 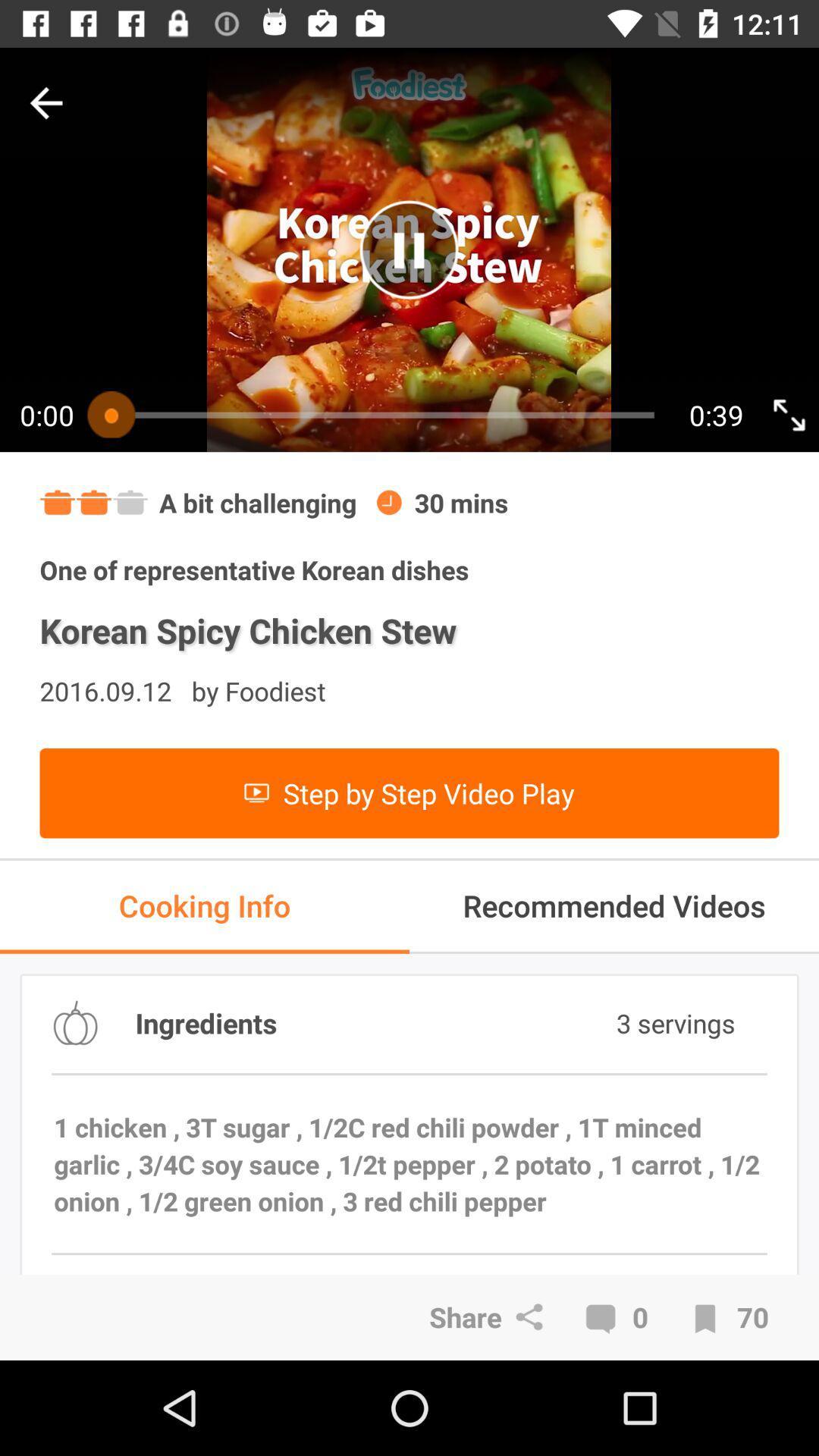 What do you see at coordinates (788, 415) in the screenshot?
I see `click for full screen` at bounding box center [788, 415].